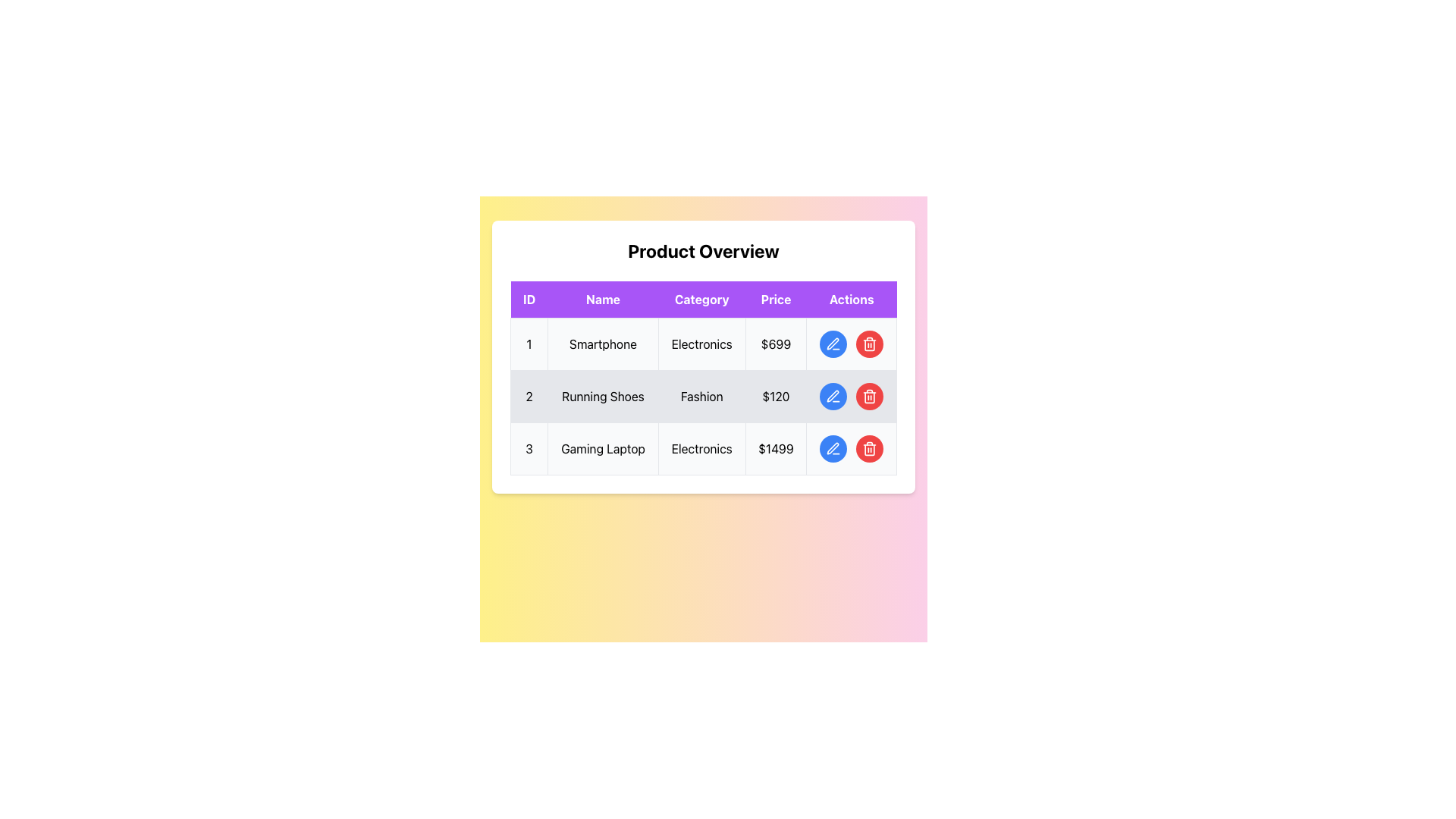 The height and width of the screenshot is (819, 1456). Describe the element at coordinates (701, 344) in the screenshot. I see `the text label in the 'Category' column of the first row, which indicates the item category, alongside 'Smartphone' and '$699'` at that location.